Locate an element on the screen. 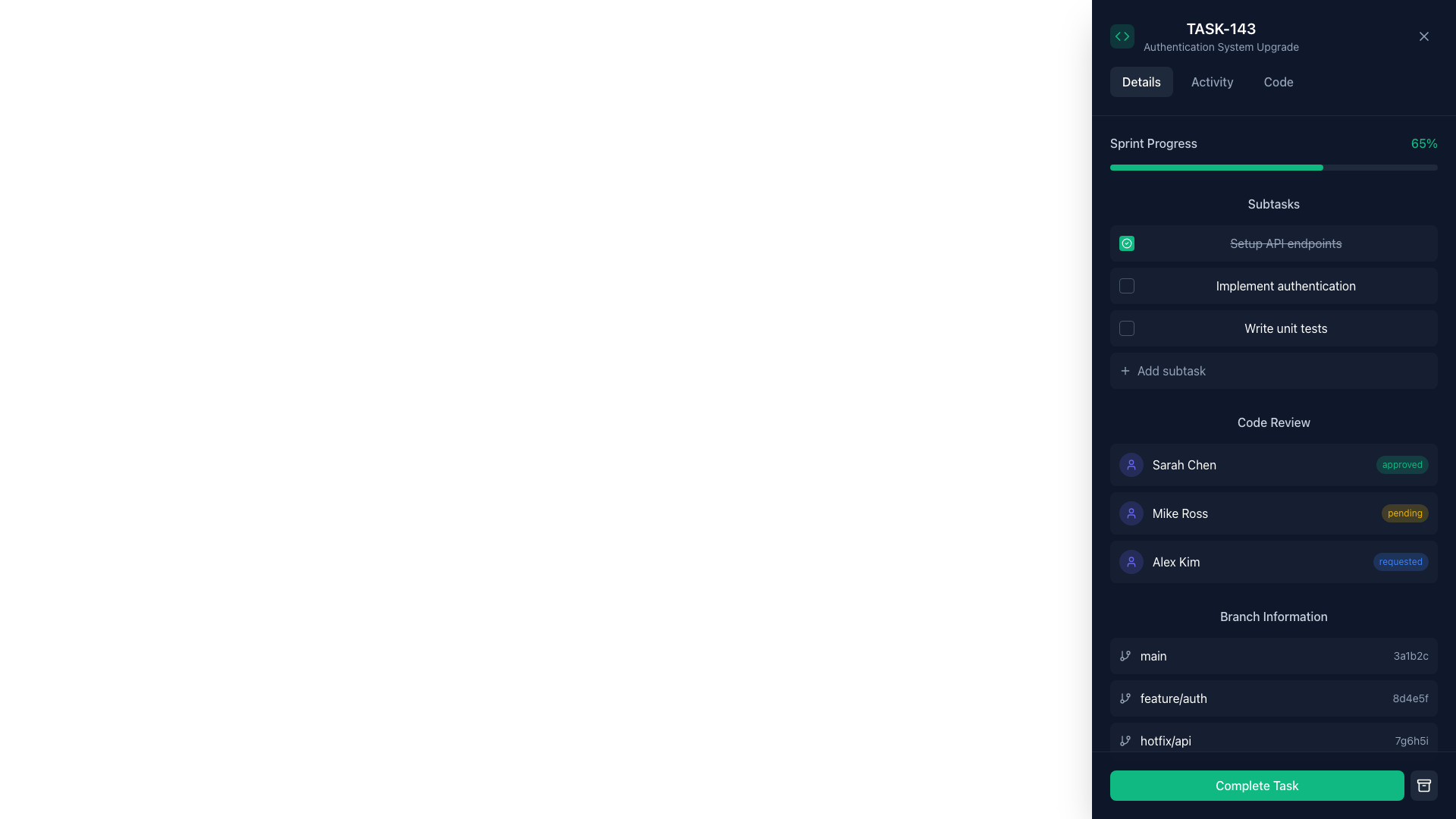  displayed identifier '7g6h5i' from the text label located at the end of the 'hotfix/api' row in the 'Branch Information' section is located at coordinates (1410, 739).